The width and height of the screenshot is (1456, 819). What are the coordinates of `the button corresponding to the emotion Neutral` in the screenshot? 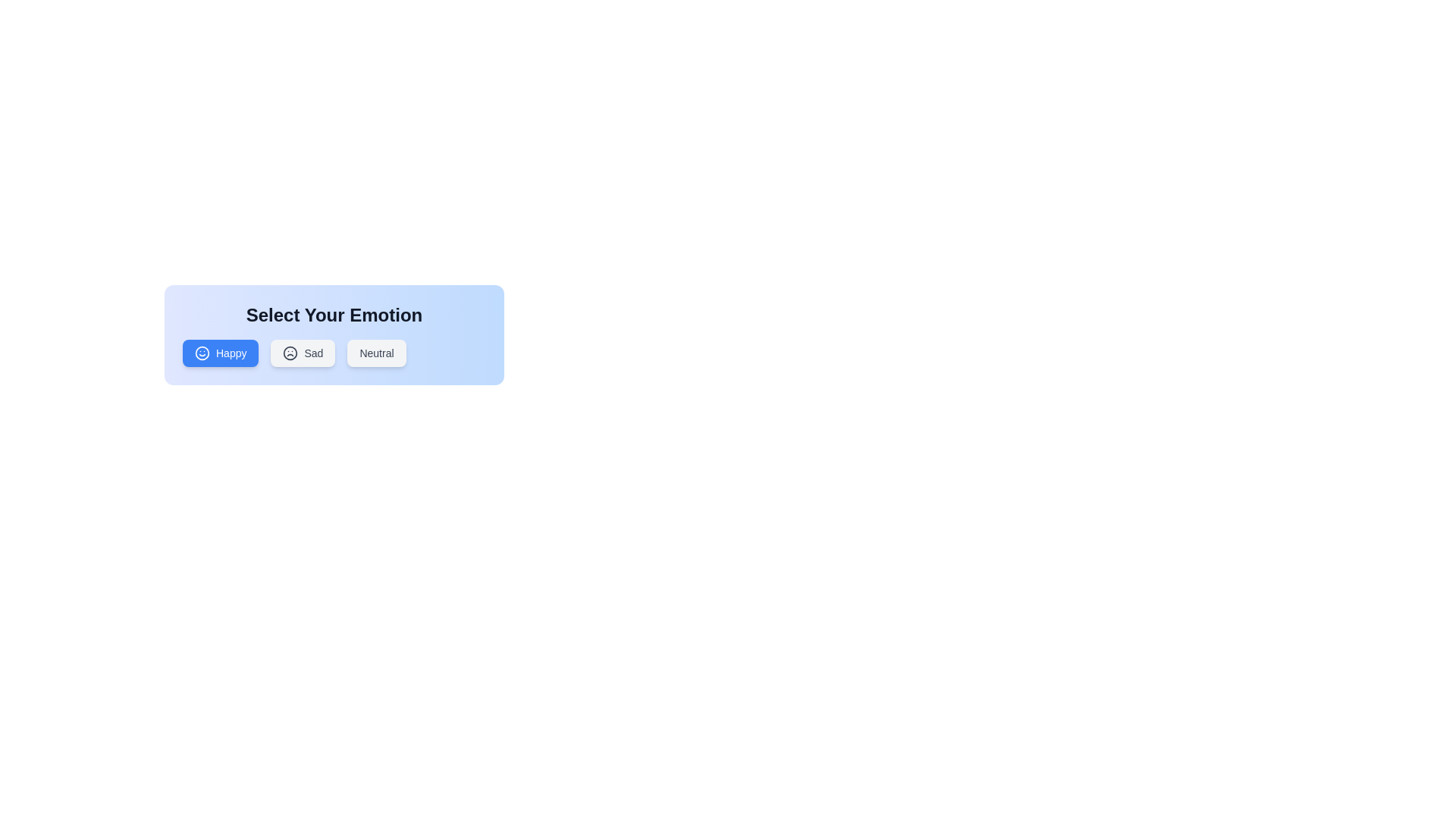 It's located at (377, 353).